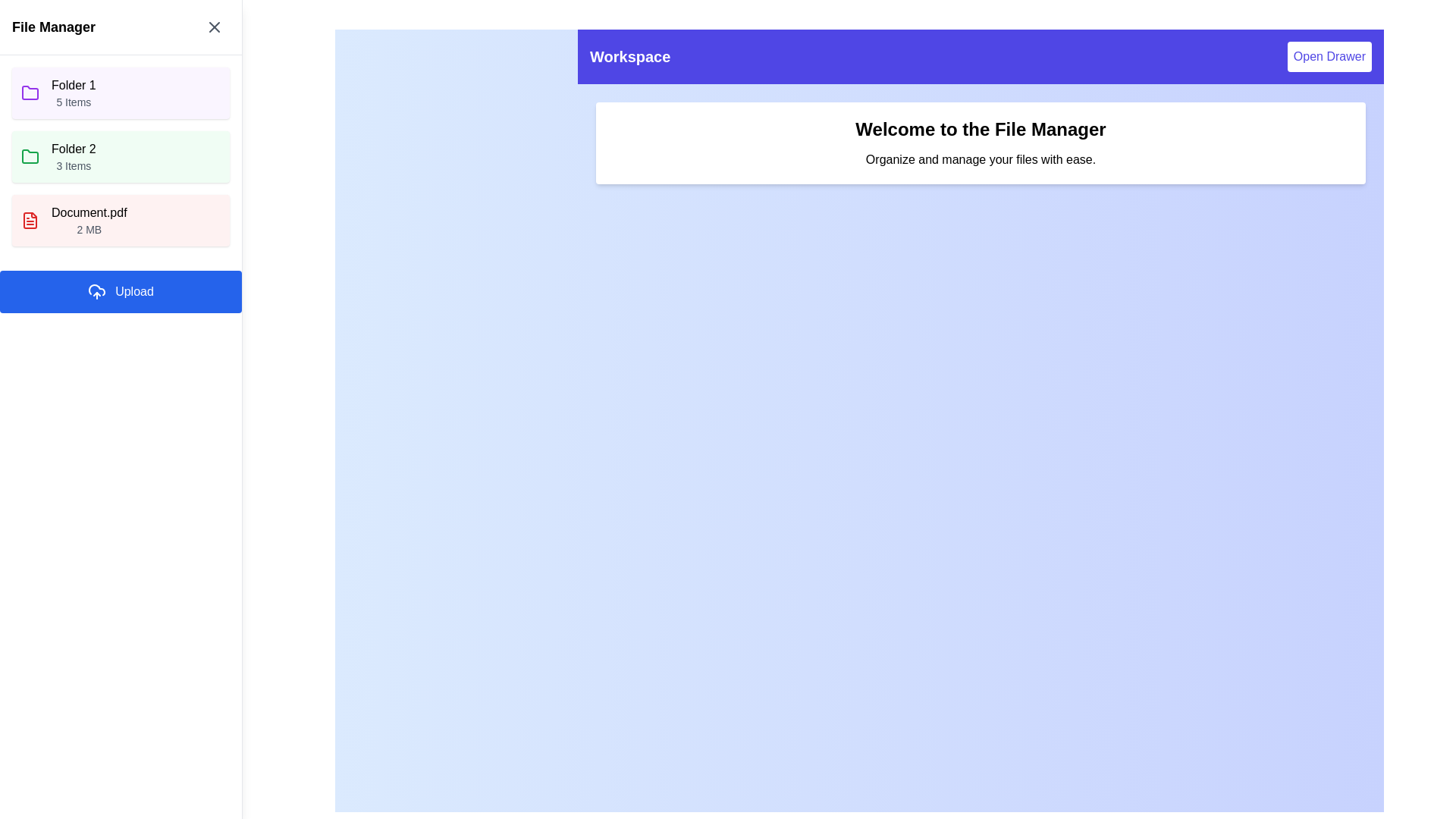  I want to click on the text label displaying the name of the file to trigger the tooltip, so click(88, 213).